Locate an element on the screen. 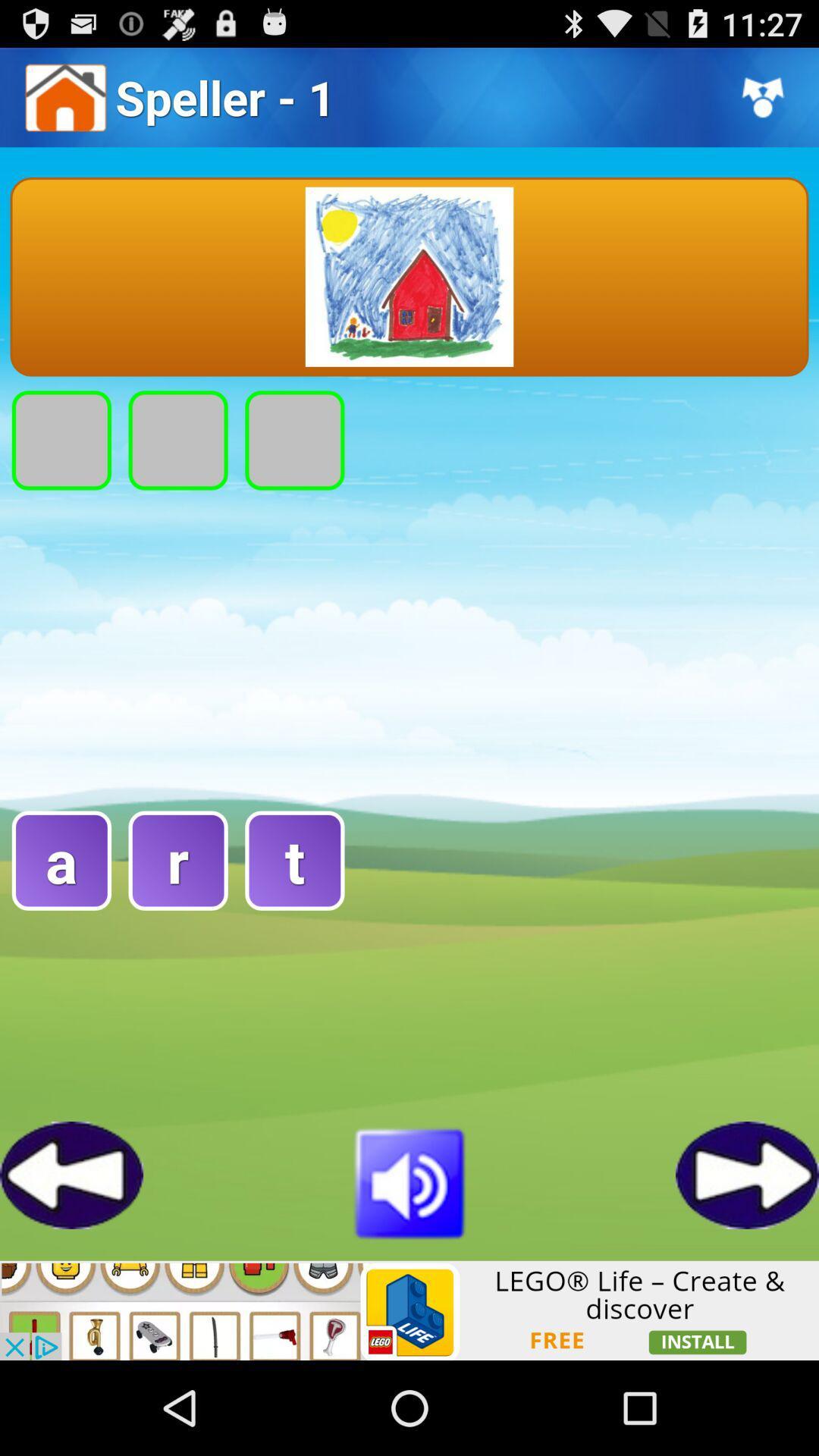  audio is located at coordinates (409, 1180).